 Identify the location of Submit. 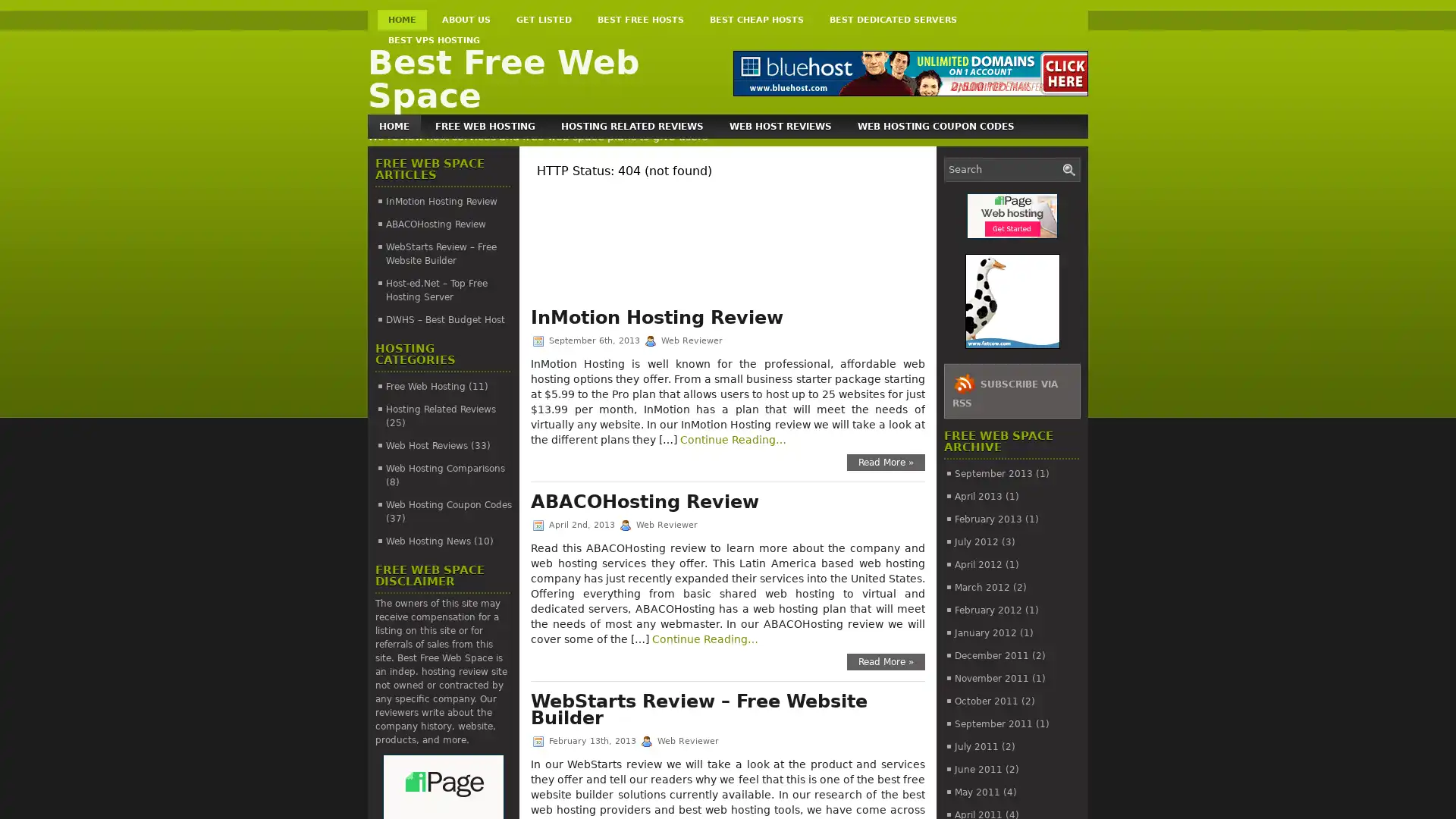
(1069, 169).